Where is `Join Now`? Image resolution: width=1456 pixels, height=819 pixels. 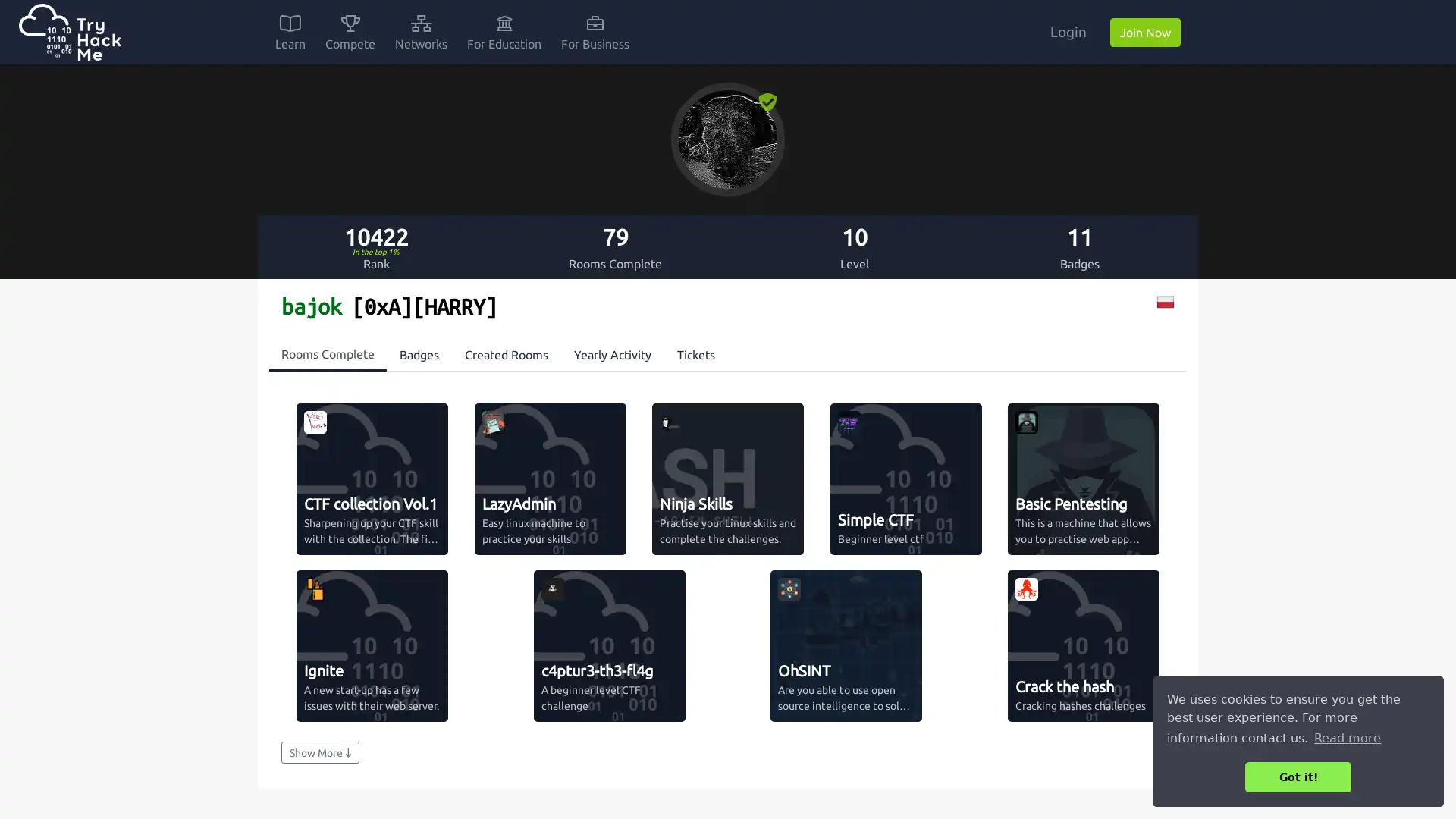
Join Now is located at coordinates (1145, 32).